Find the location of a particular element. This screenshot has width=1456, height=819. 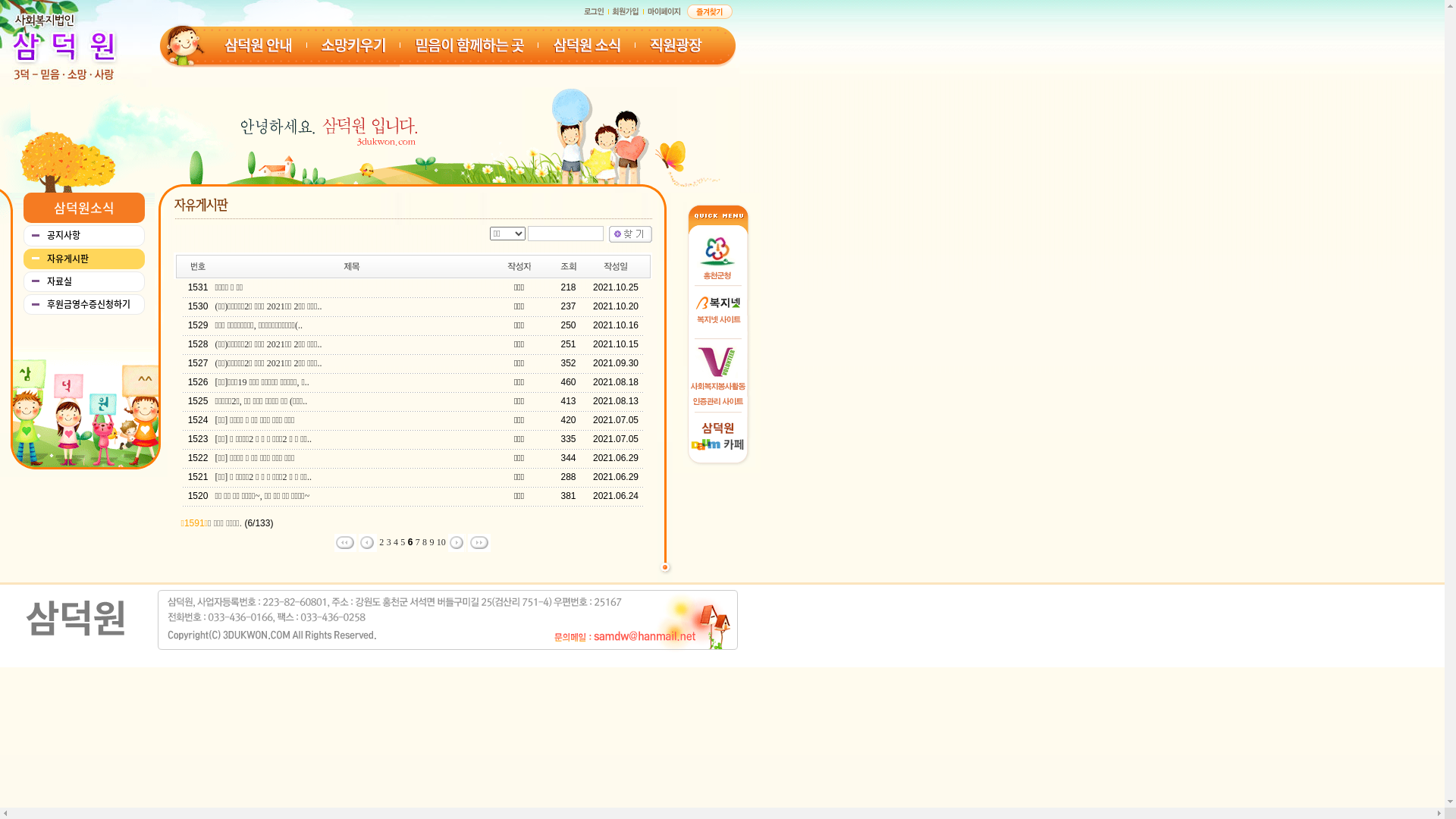

'4' is located at coordinates (396, 541).